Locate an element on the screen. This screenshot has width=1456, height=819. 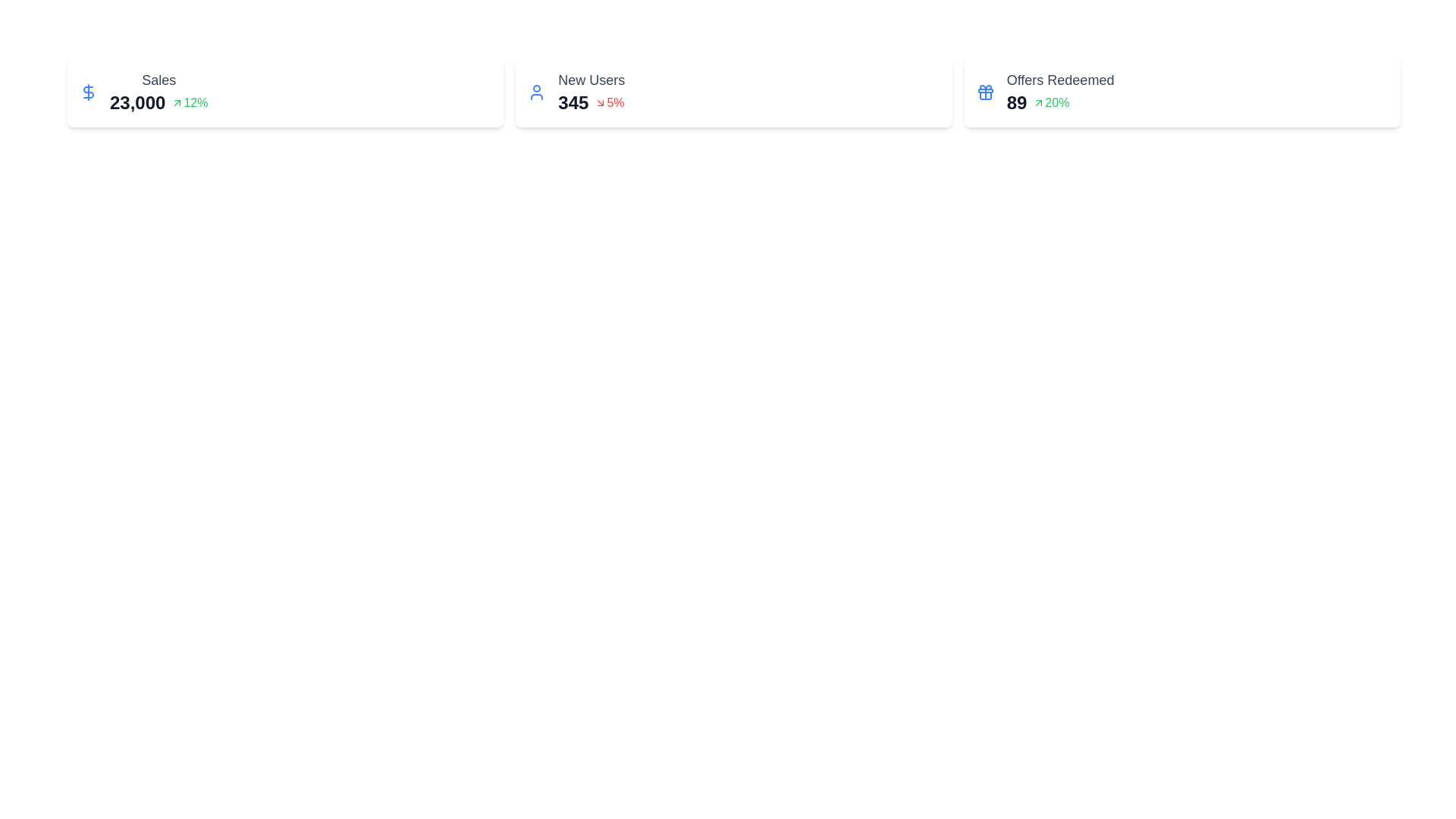
the SVG Rectangle that represents a gift icon within the second card on the right is located at coordinates (985, 90).